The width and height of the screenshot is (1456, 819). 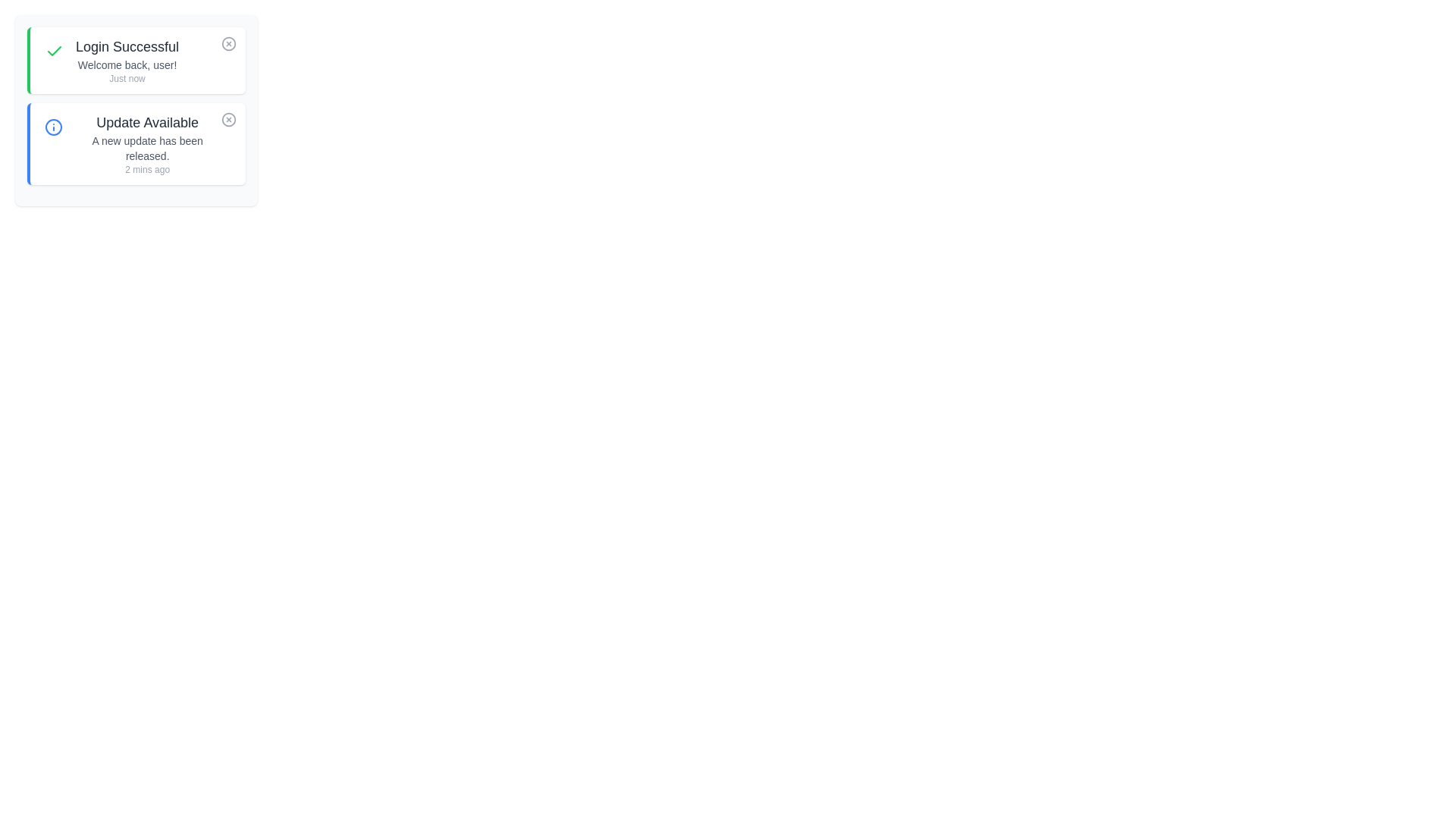 I want to click on timestamp from the Text label displaying time-related information about the event in the second card, so click(x=147, y=169).